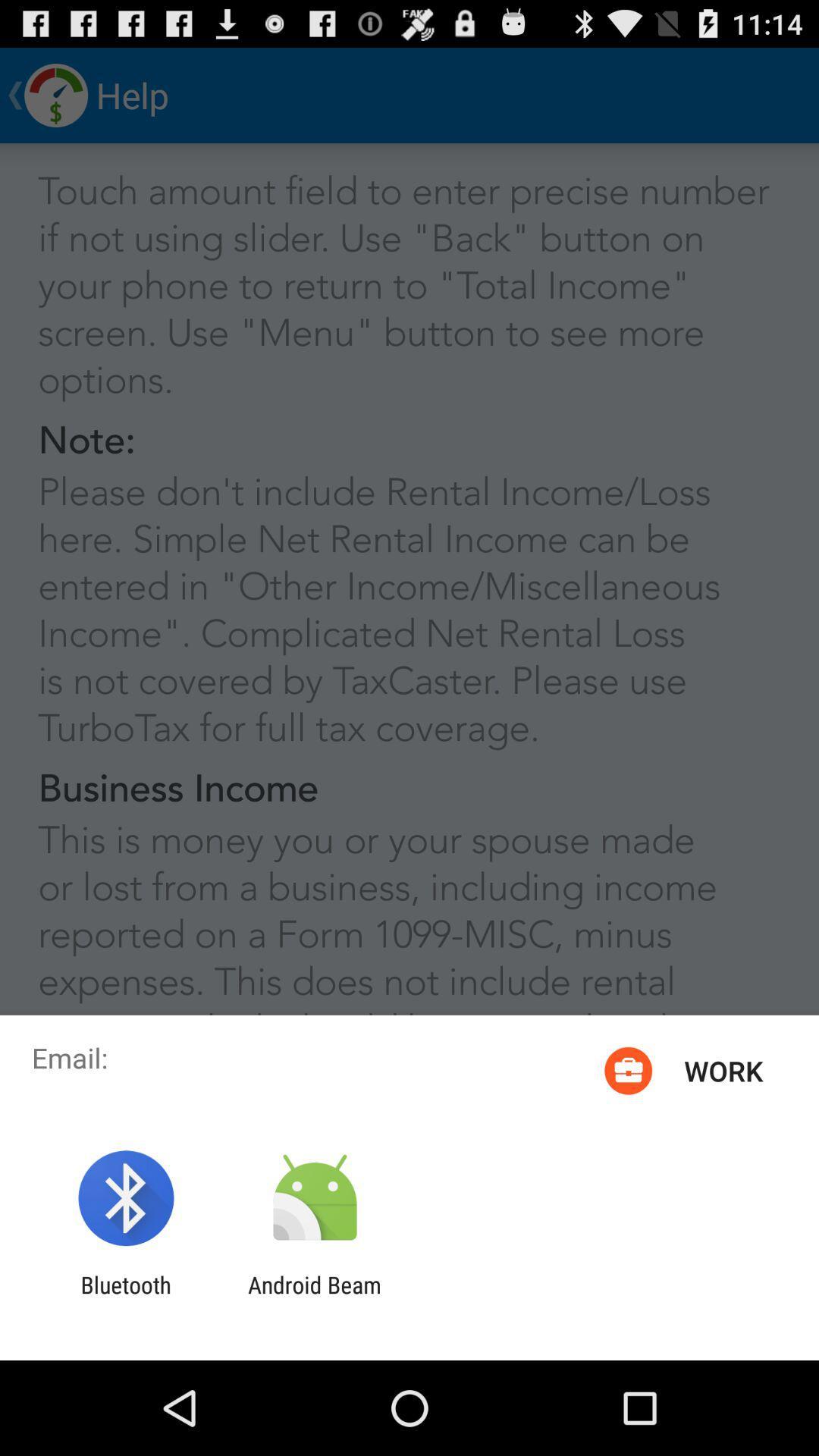 The width and height of the screenshot is (819, 1456). Describe the element at coordinates (314, 1298) in the screenshot. I see `app next to the bluetooth` at that location.